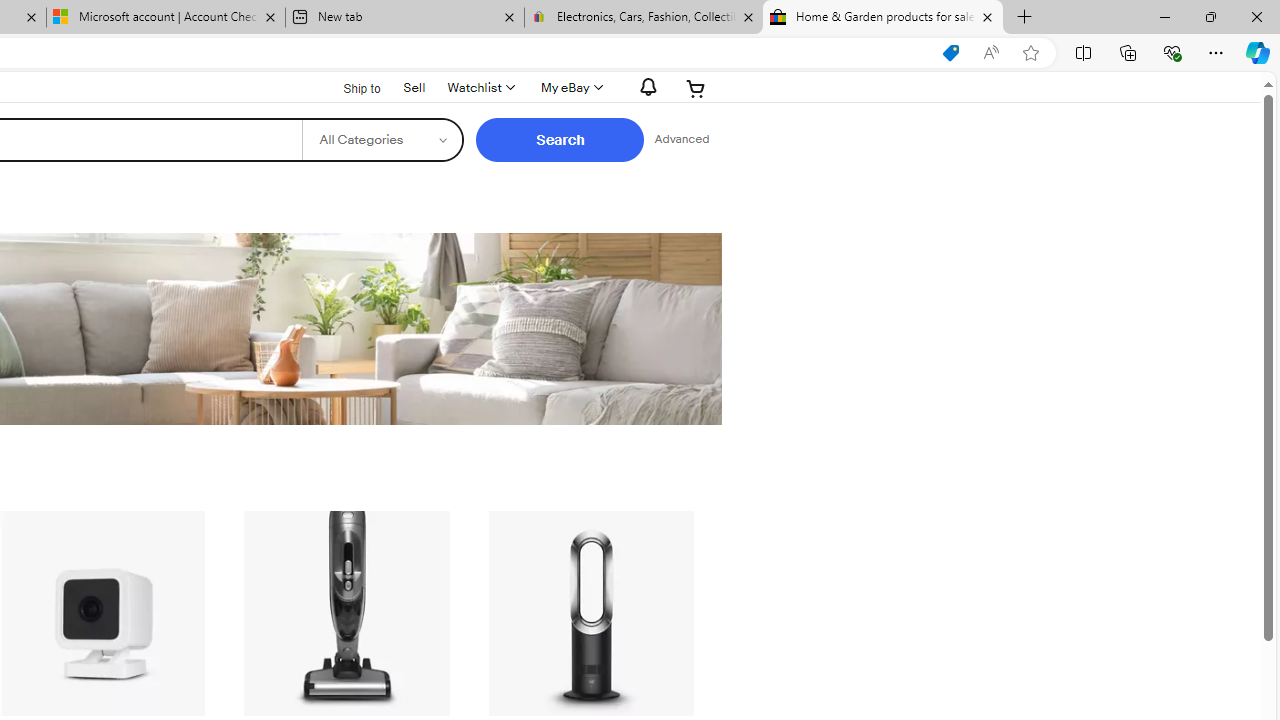  What do you see at coordinates (403, 17) in the screenshot?
I see `'New tab'` at bounding box center [403, 17].